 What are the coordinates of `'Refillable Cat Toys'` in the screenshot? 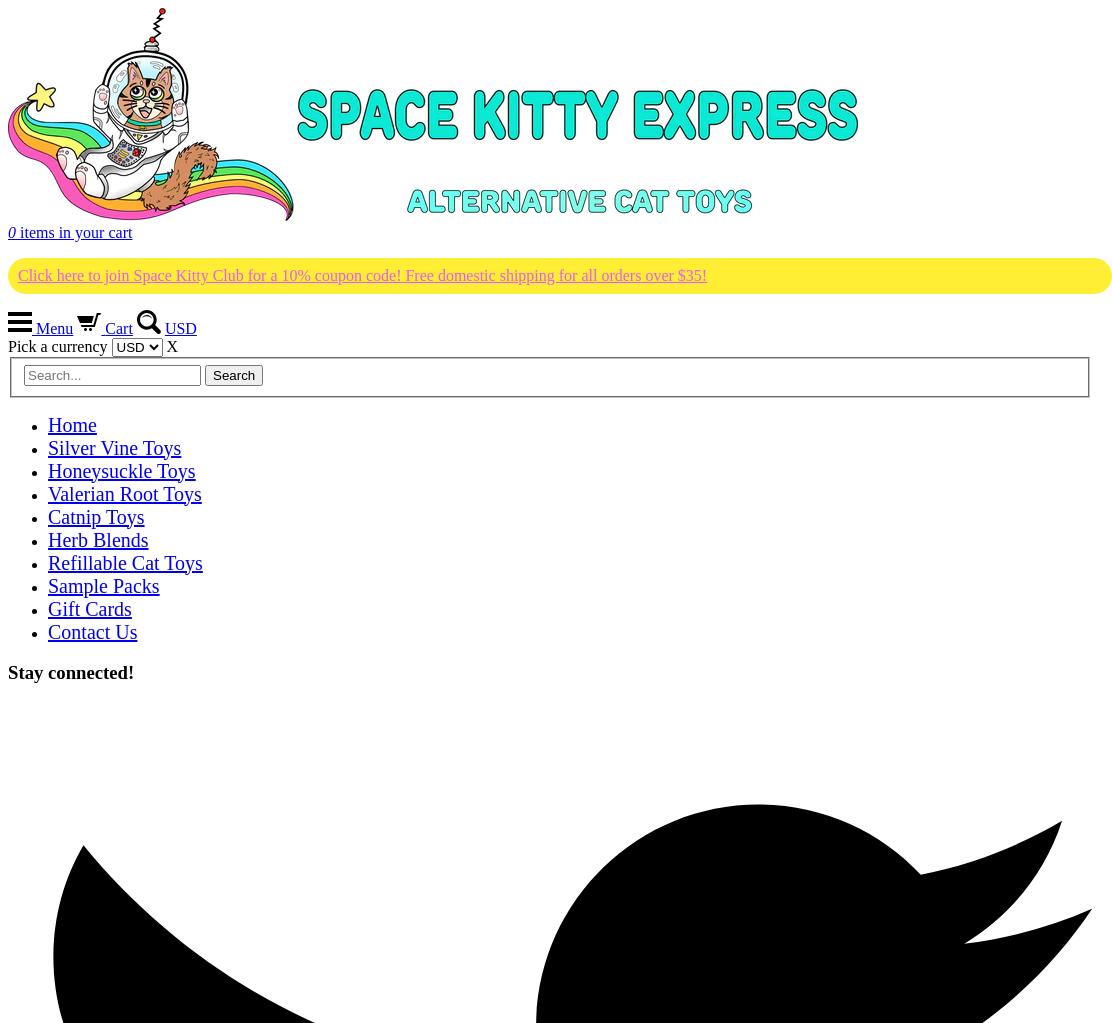 It's located at (123, 562).